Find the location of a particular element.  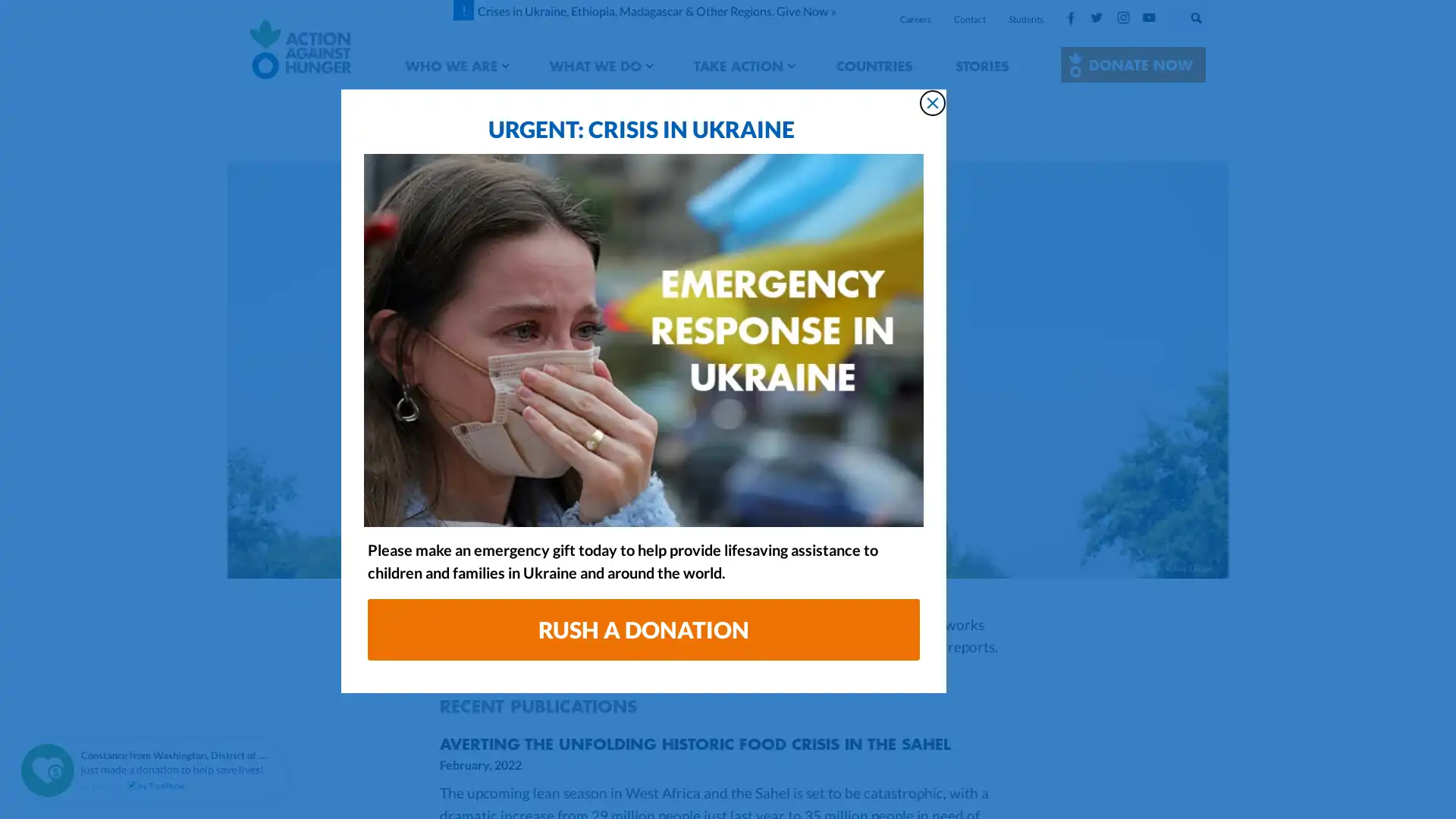

Close is located at coordinates (1016, 120).